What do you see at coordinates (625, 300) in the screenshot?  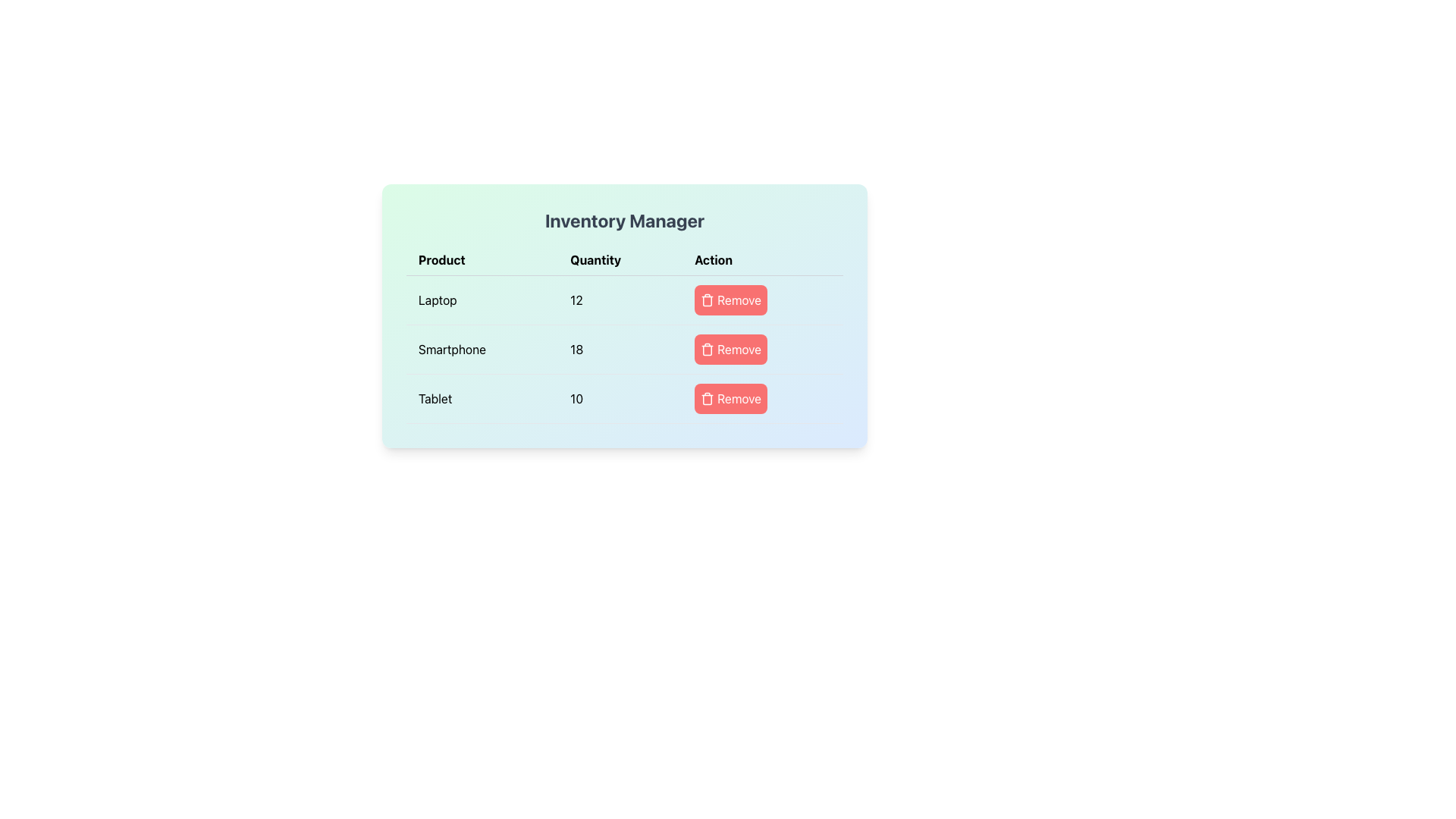 I see `the quantity of the inventory item 'Laptop' displayed in the first row of the table` at bounding box center [625, 300].